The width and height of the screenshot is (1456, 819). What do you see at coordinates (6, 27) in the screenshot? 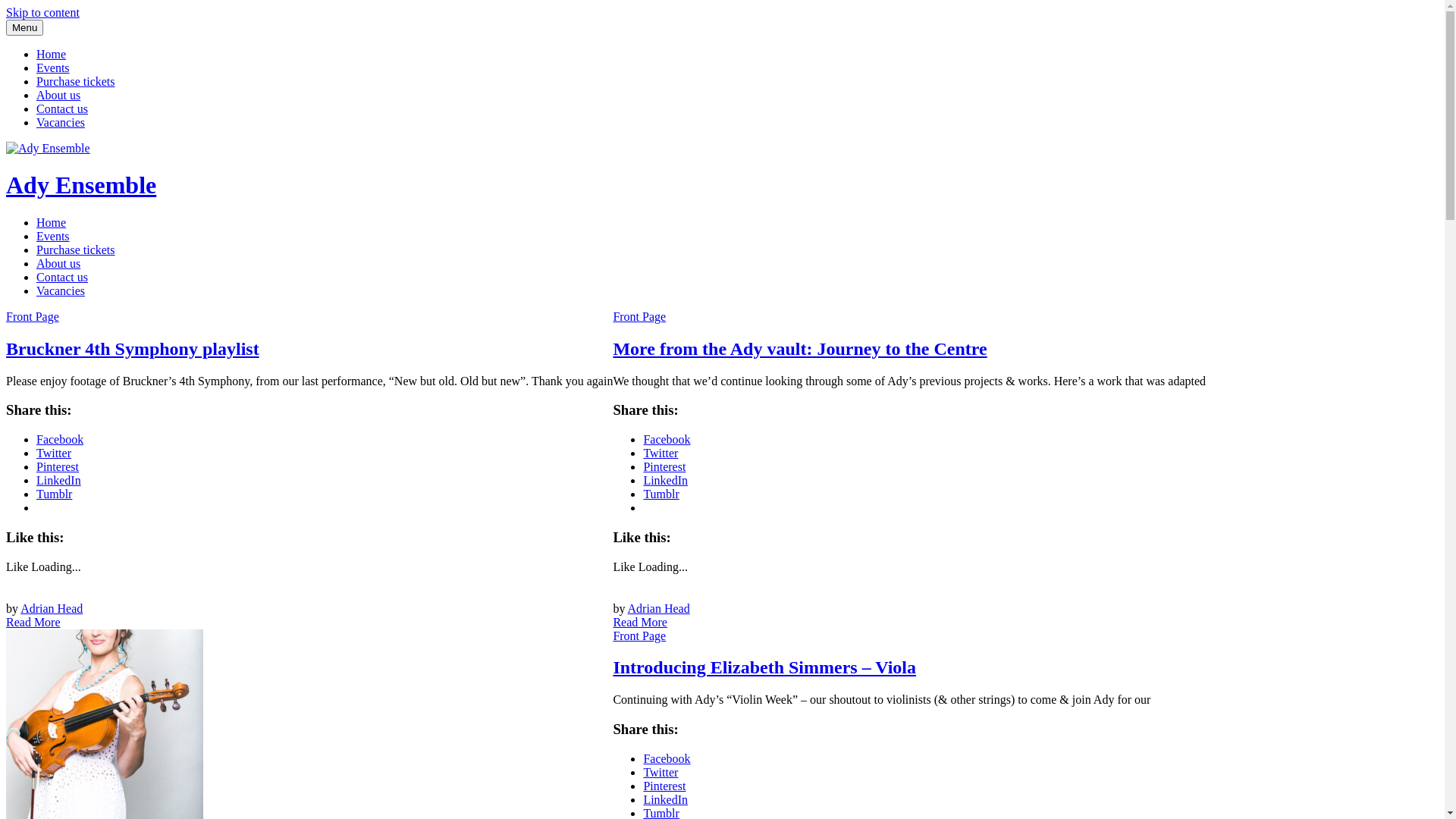
I see `'Menu'` at bounding box center [6, 27].